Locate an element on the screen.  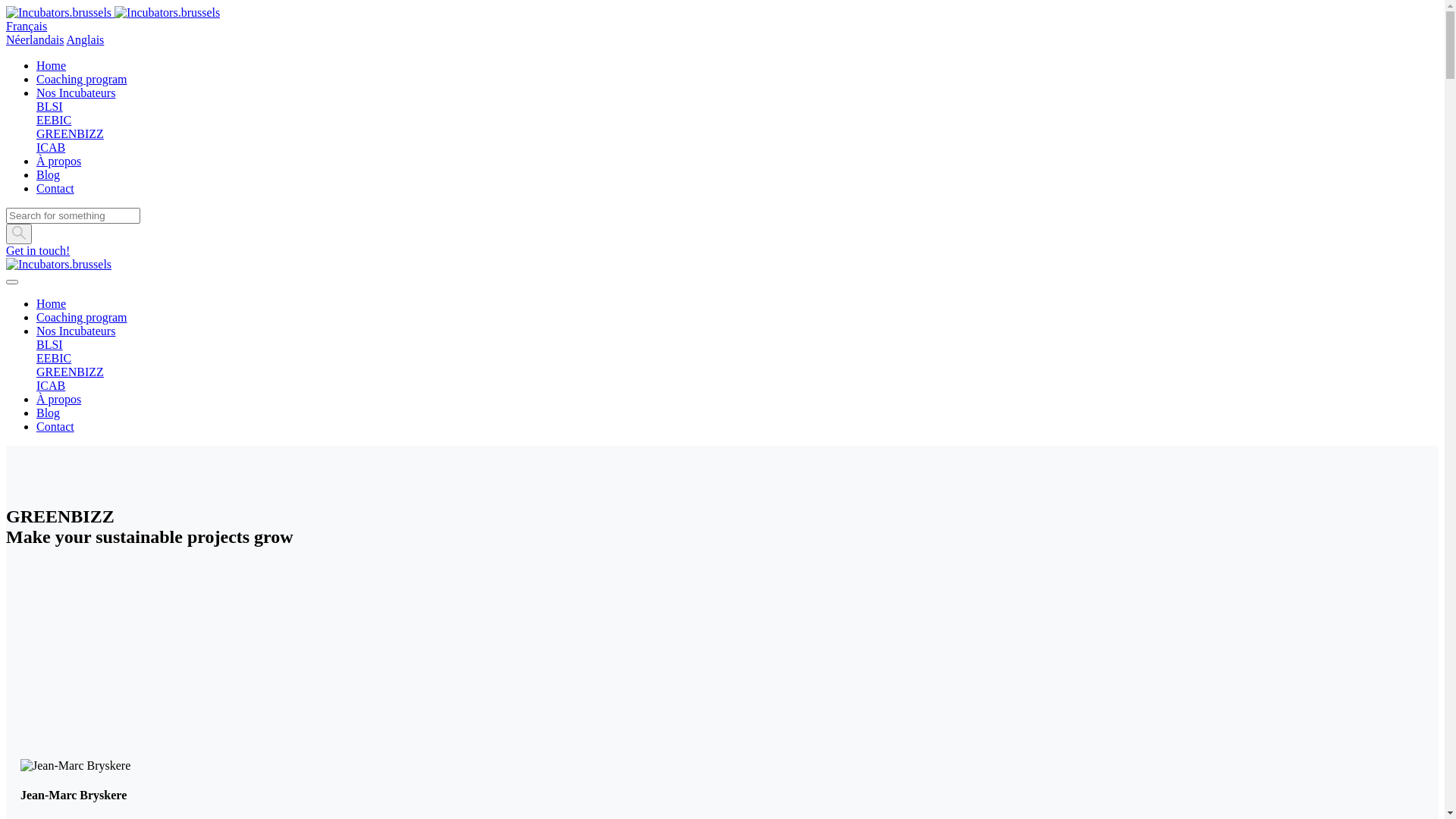
'Contact' is located at coordinates (55, 426).